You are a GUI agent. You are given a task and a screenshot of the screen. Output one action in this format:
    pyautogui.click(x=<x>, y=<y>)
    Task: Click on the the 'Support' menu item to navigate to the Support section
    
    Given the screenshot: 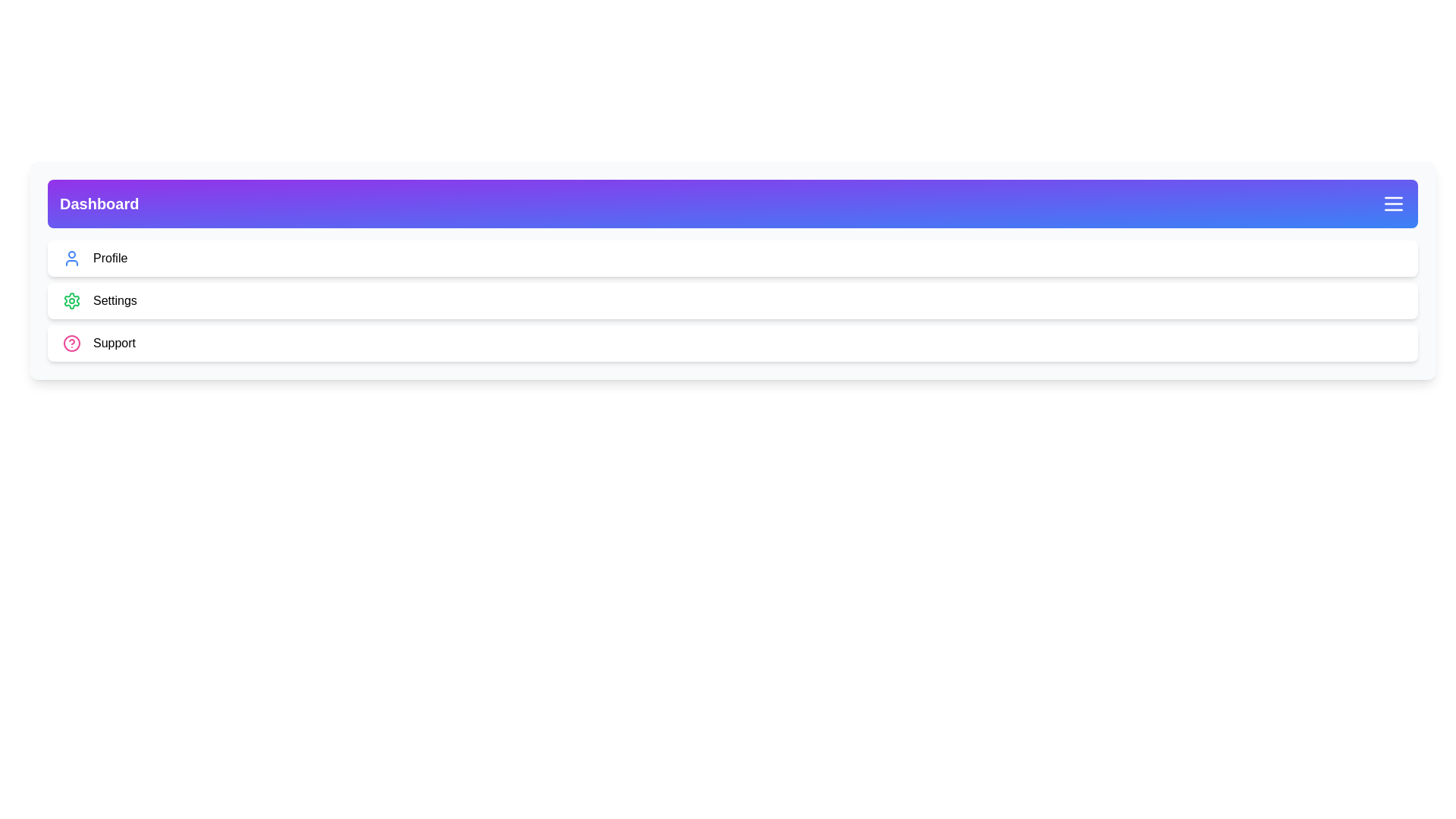 What is the action you would take?
    pyautogui.click(x=113, y=343)
    